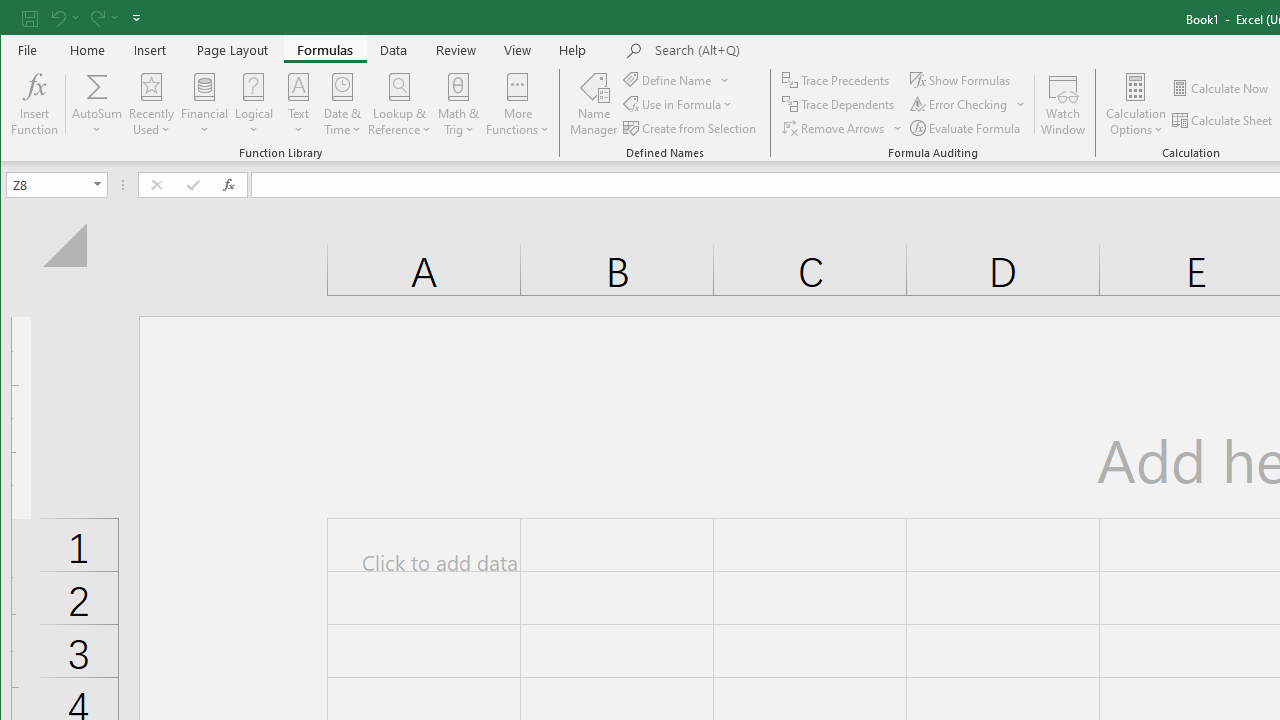 Image resolution: width=1280 pixels, height=720 pixels. What do you see at coordinates (668, 79) in the screenshot?
I see `'Define Name...'` at bounding box center [668, 79].